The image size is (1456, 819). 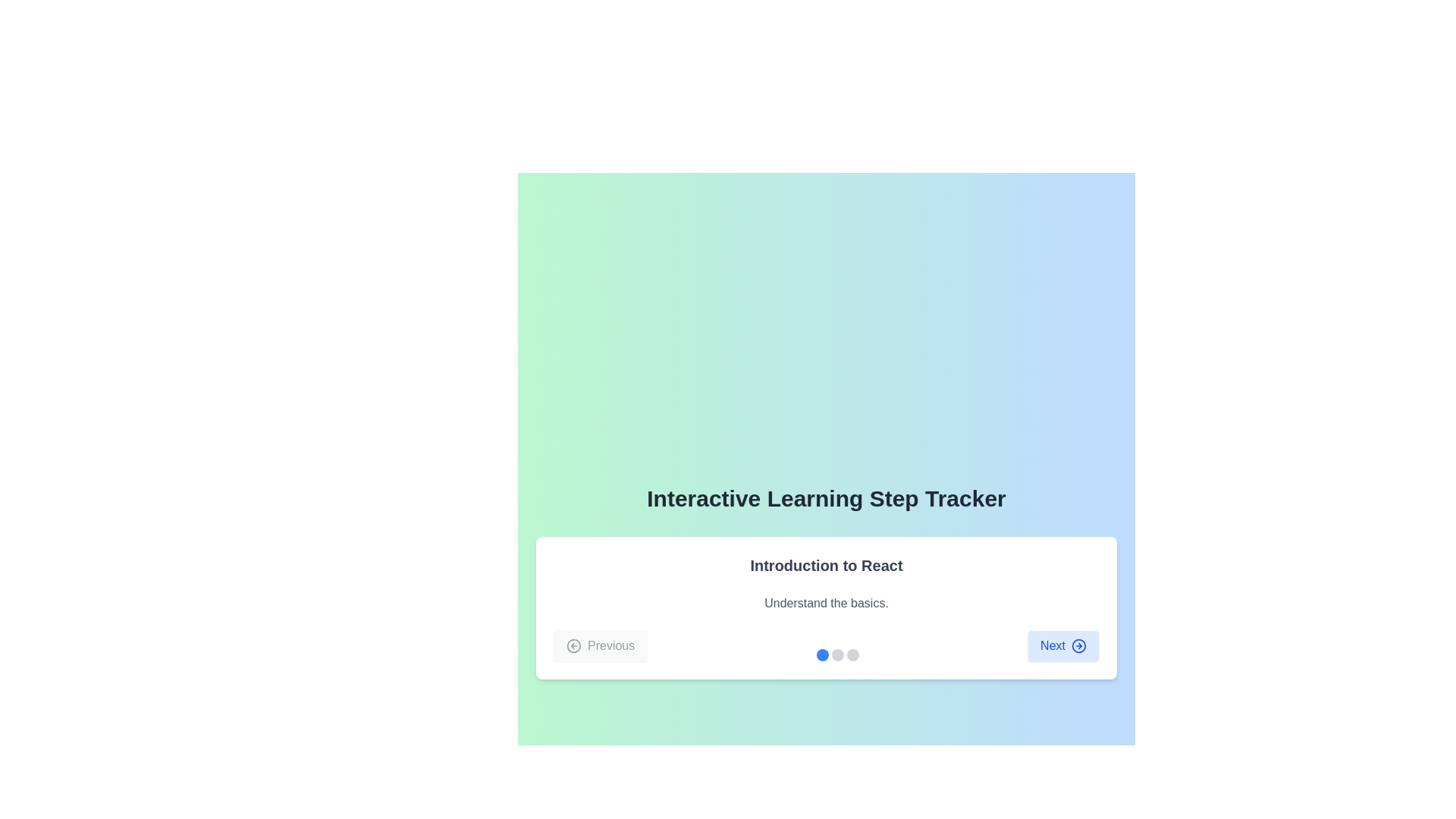 What do you see at coordinates (1078, 646) in the screenshot?
I see `the SVG Circle Component that visually represents the arrow icon within the 'Next' button of the 'Interactive Learning Step Tracker' interface` at bounding box center [1078, 646].